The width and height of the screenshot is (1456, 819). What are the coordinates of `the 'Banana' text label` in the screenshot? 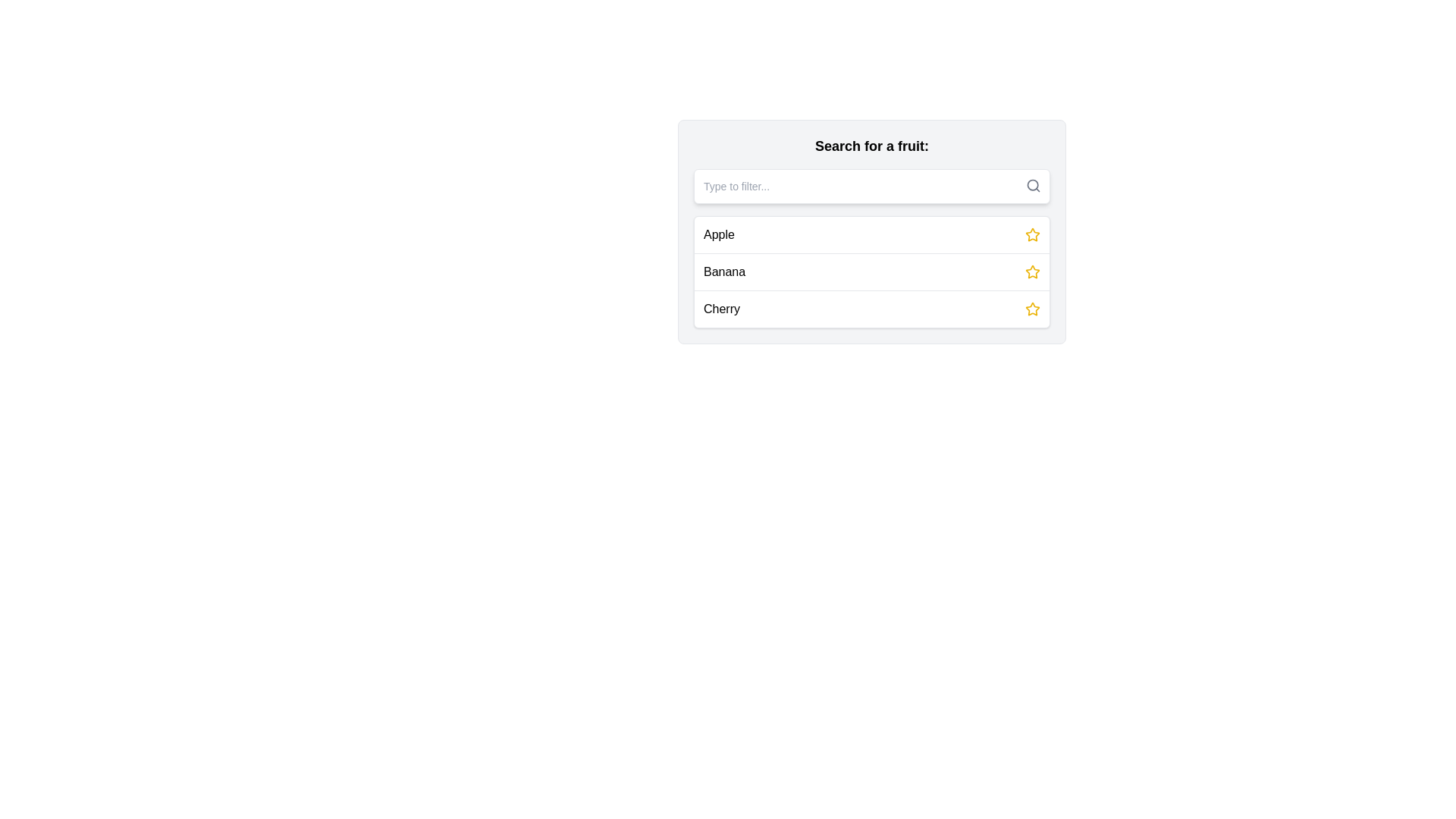 It's located at (723, 271).